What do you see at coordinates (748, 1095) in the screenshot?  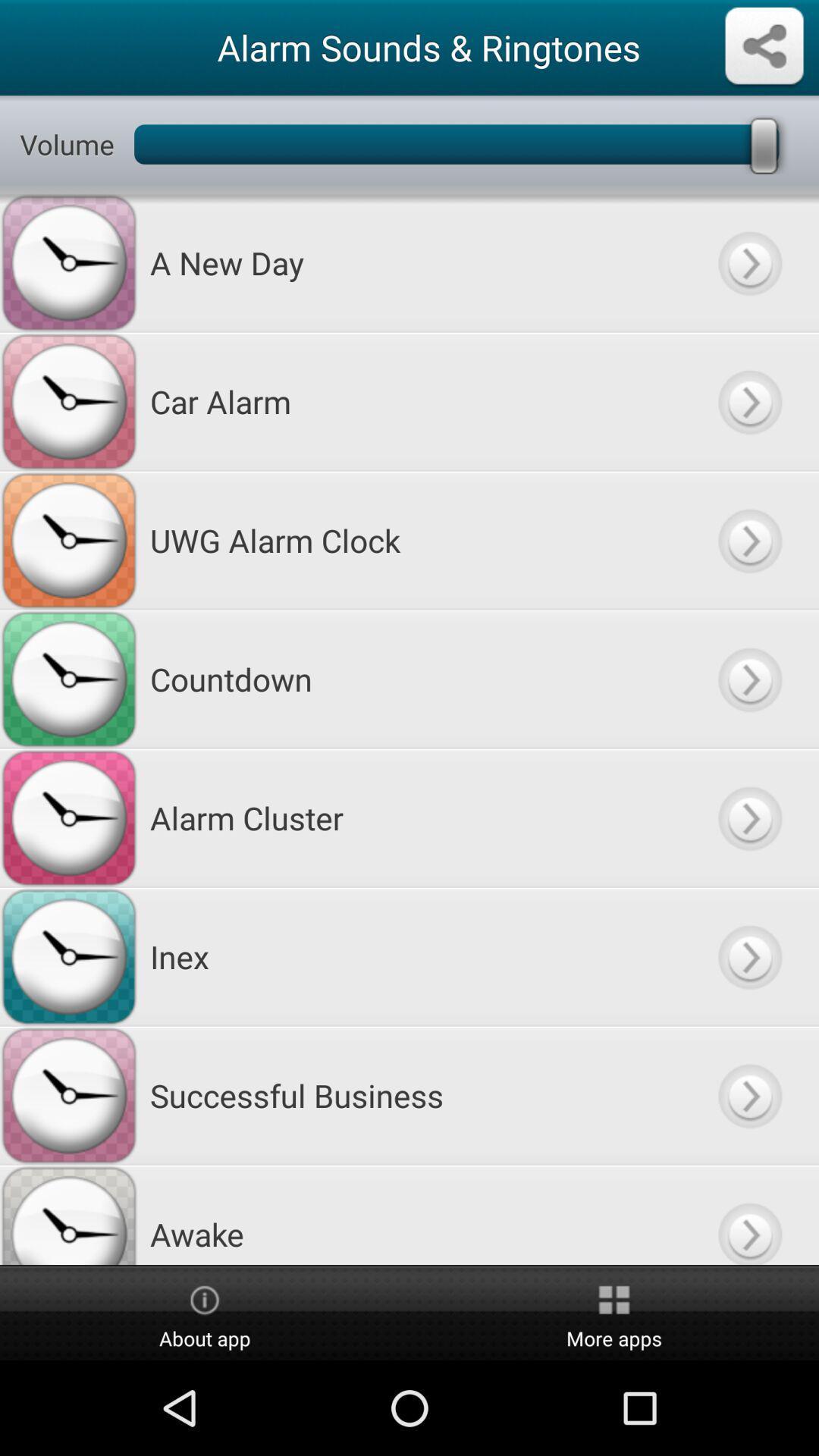 I see `arrow button right to successful business text` at bounding box center [748, 1095].